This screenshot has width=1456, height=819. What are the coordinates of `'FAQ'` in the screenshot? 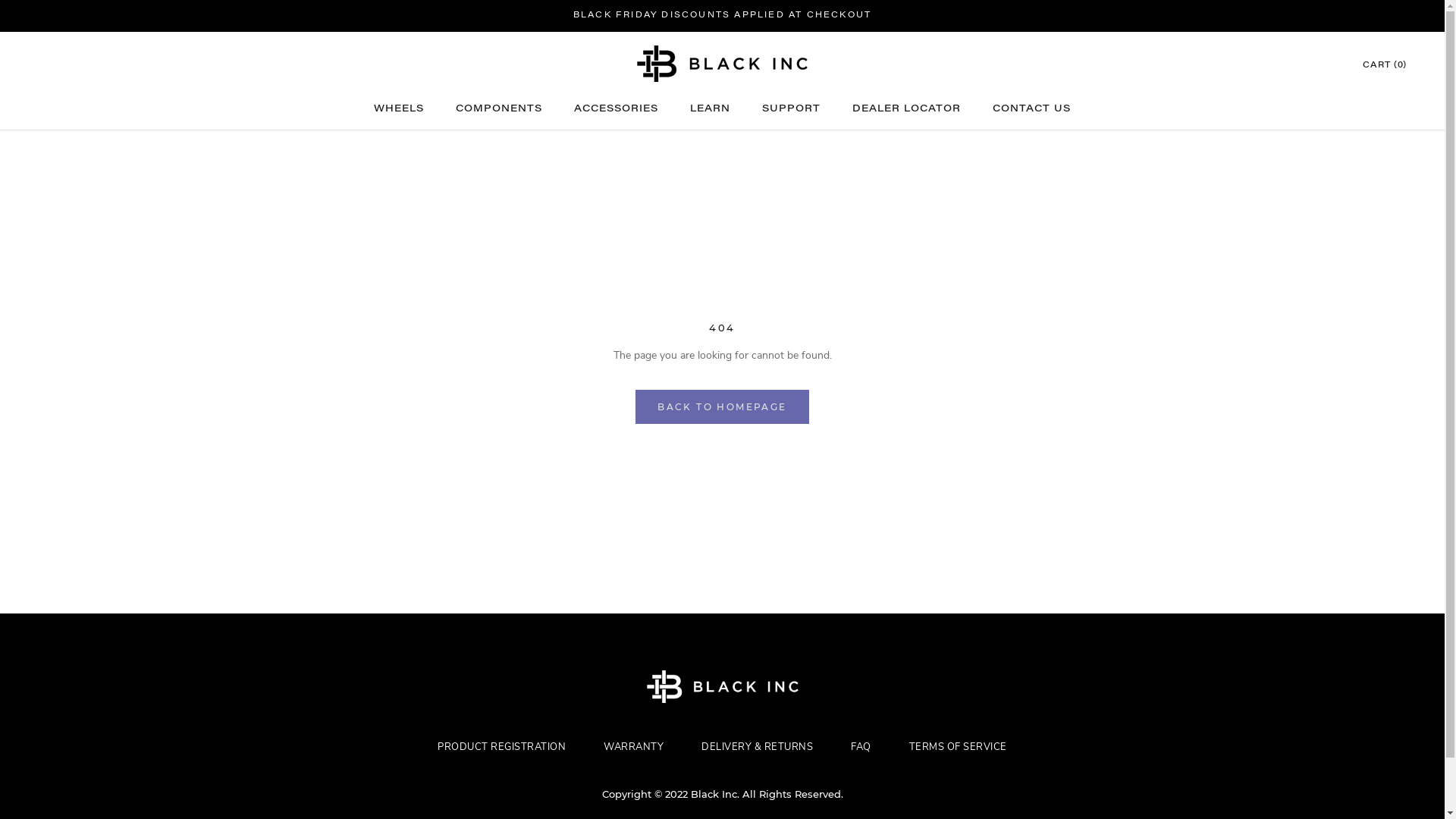 It's located at (831, 745).